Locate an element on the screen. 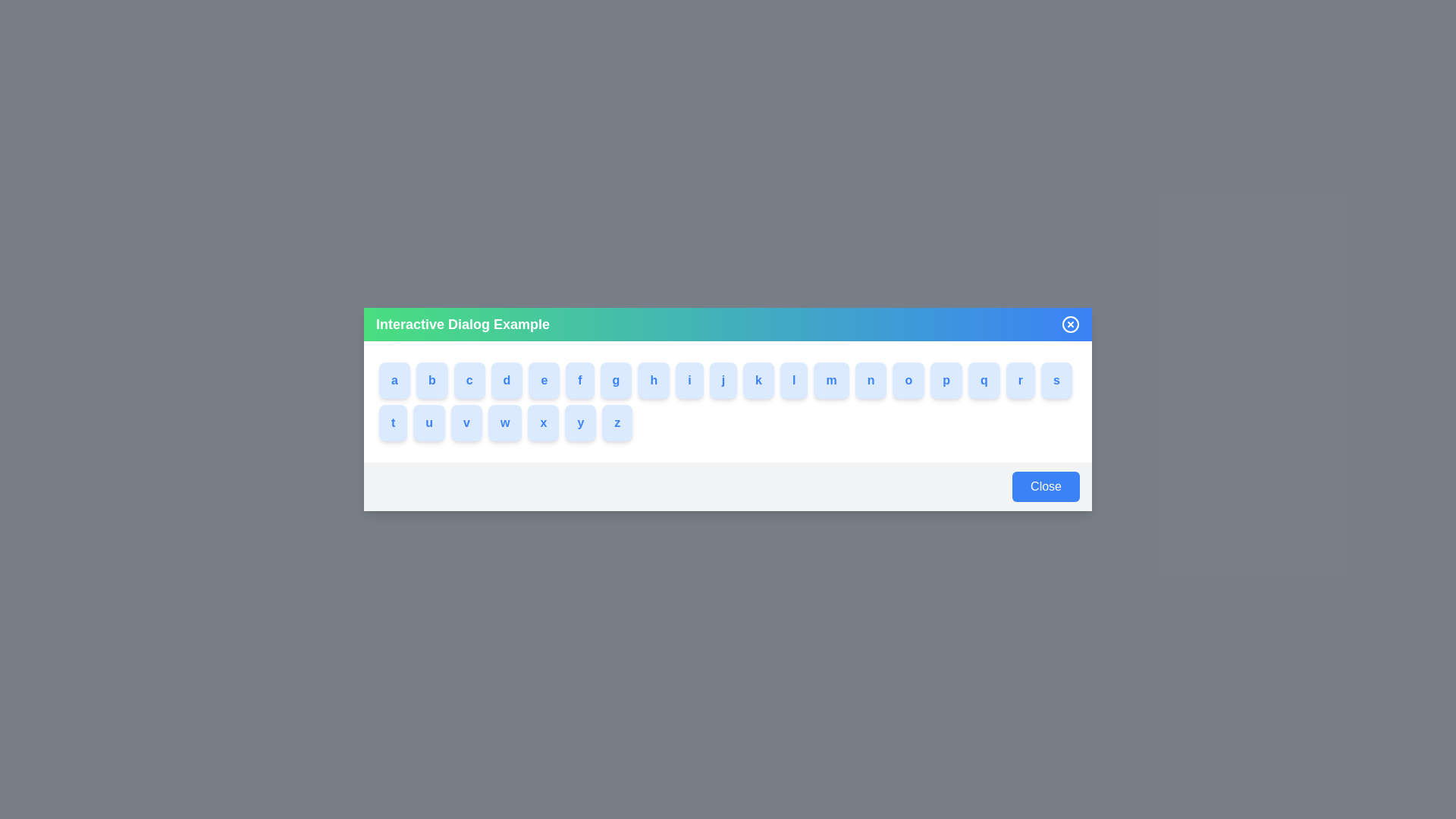 The image size is (1456, 819). the button labeled with t is located at coordinates (394, 423).